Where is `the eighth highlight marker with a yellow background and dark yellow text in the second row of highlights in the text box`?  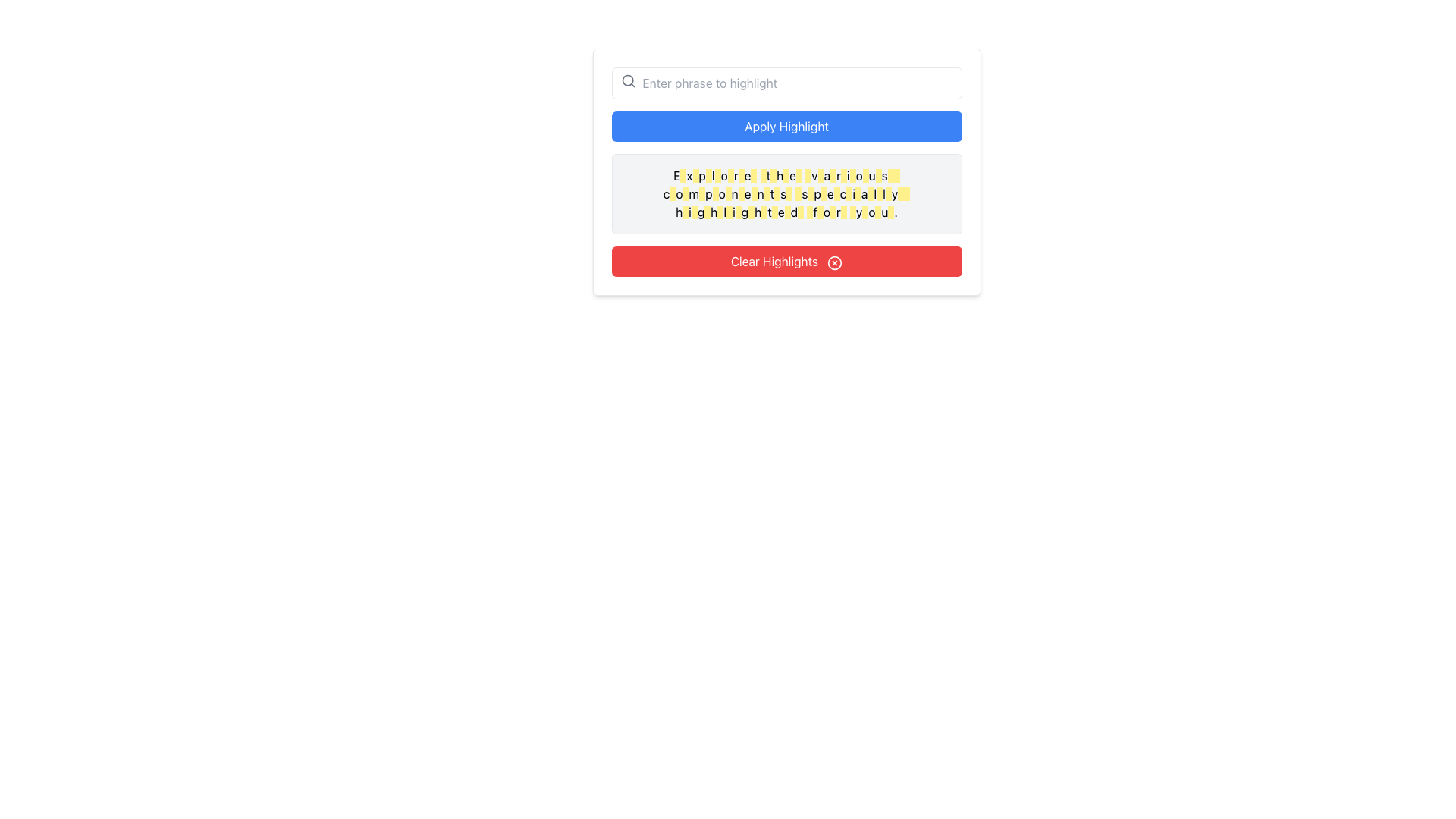 the eighth highlight marker with a yellow background and dark yellow text in the second row of highlights in the text box is located at coordinates (767, 193).